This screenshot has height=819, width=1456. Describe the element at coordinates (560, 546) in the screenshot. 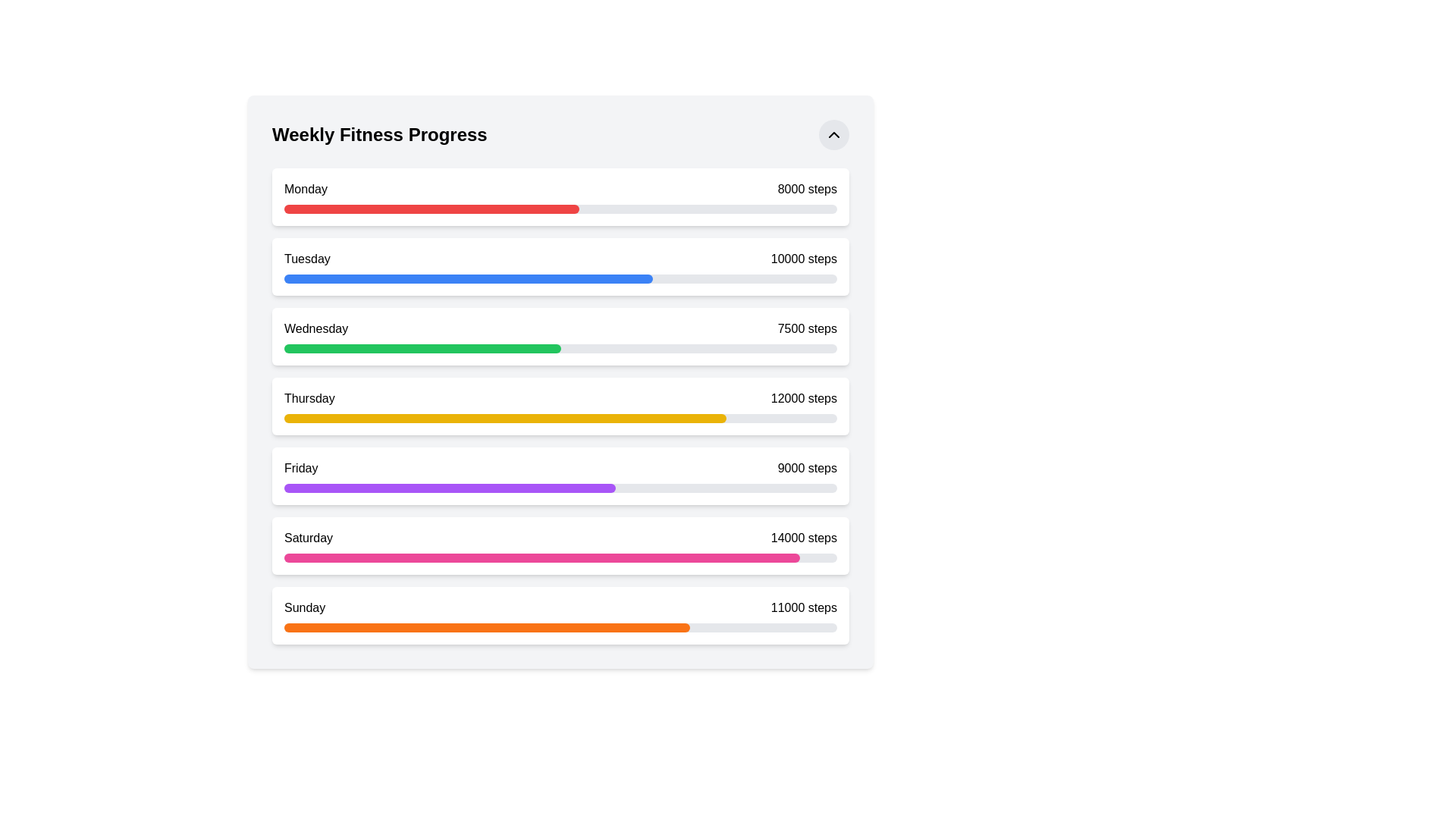

I see `progress bar details of the informational card displaying the daily step count progress for Saturday, which is the sixth card in the vertical sequence` at that location.